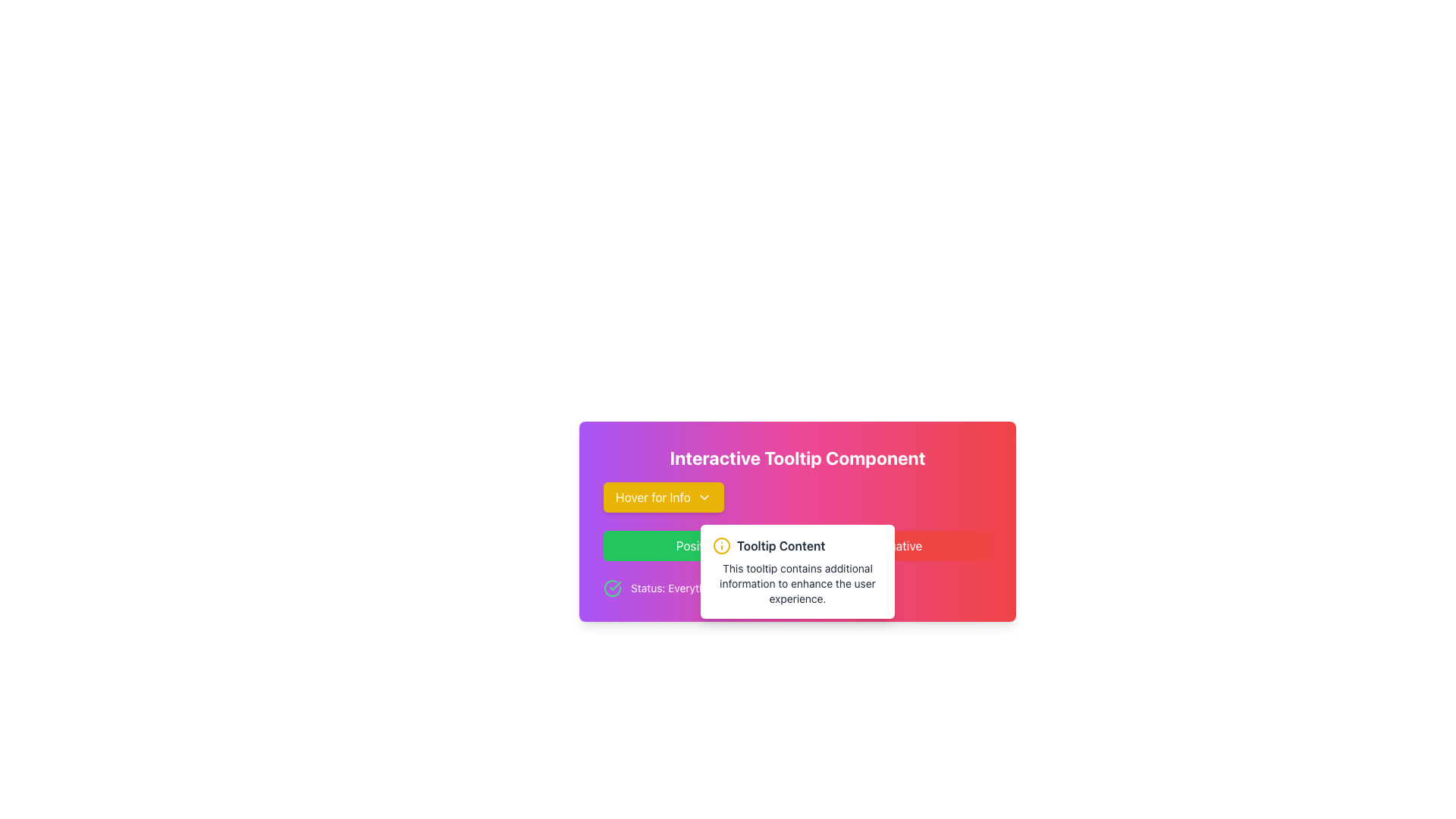 The width and height of the screenshot is (1456, 819). Describe the element at coordinates (720, 546) in the screenshot. I see `the circular decorative element with a yellow border that is located at the center of the information icon within the tooltip labeled 'Tooltip Content'` at that location.